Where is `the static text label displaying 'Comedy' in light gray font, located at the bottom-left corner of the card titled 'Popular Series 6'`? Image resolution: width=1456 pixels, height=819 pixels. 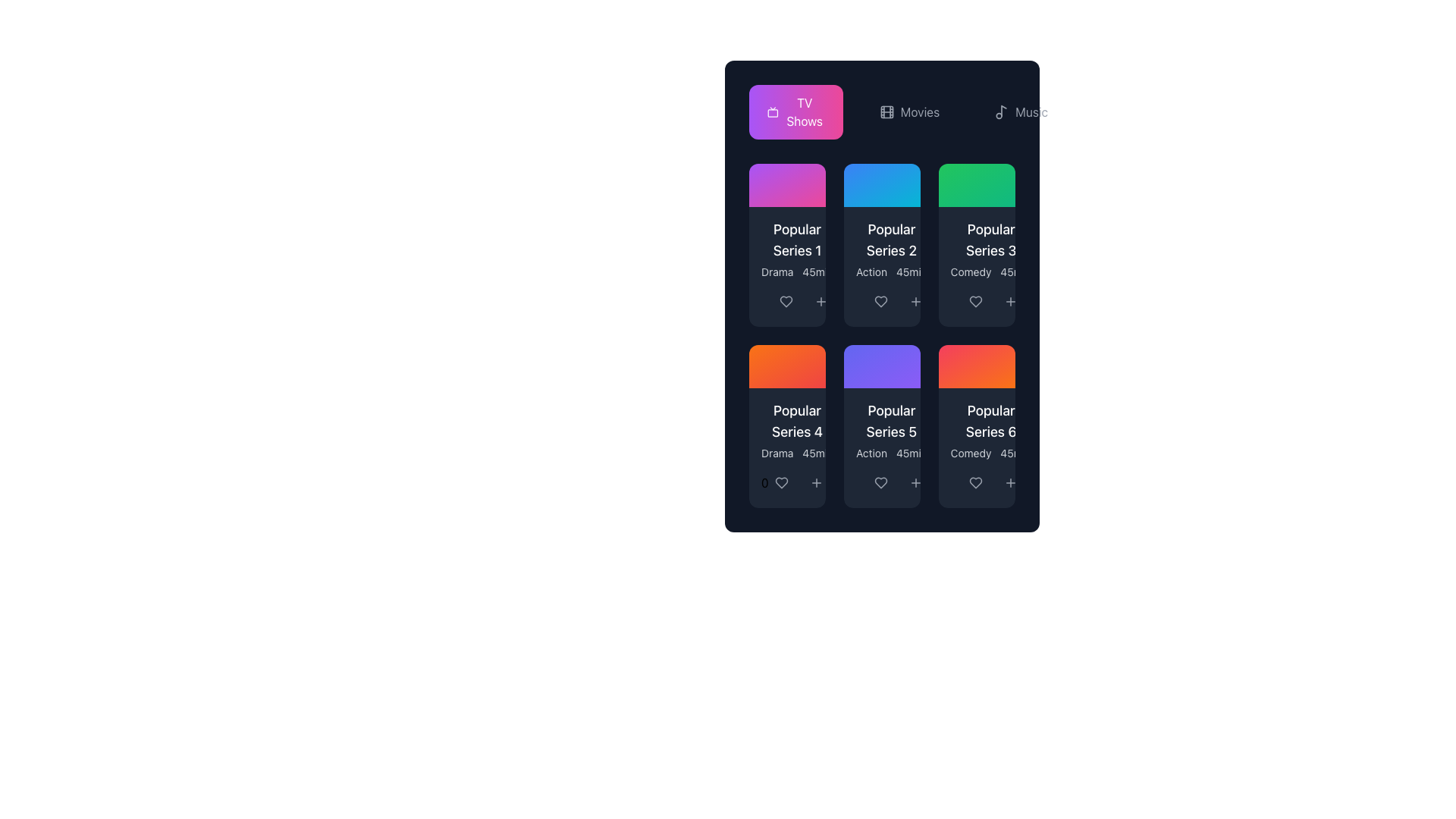
the static text label displaying 'Comedy' in light gray font, located at the bottom-left corner of the card titled 'Popular Series 6' is located at coordinates (971, 452).